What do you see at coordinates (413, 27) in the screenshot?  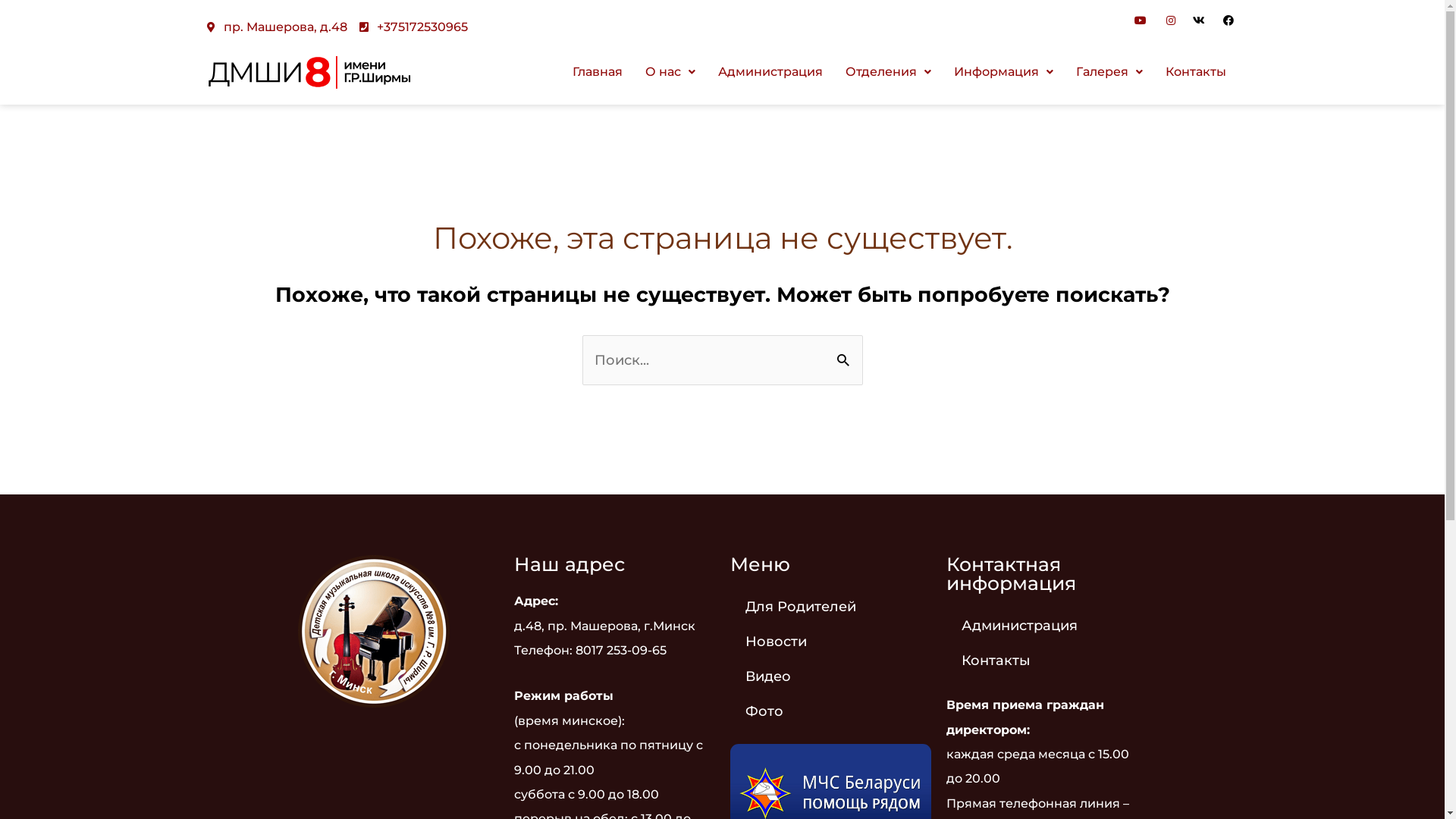 I see `'+375172530965'` at bounding box center [413, 27].